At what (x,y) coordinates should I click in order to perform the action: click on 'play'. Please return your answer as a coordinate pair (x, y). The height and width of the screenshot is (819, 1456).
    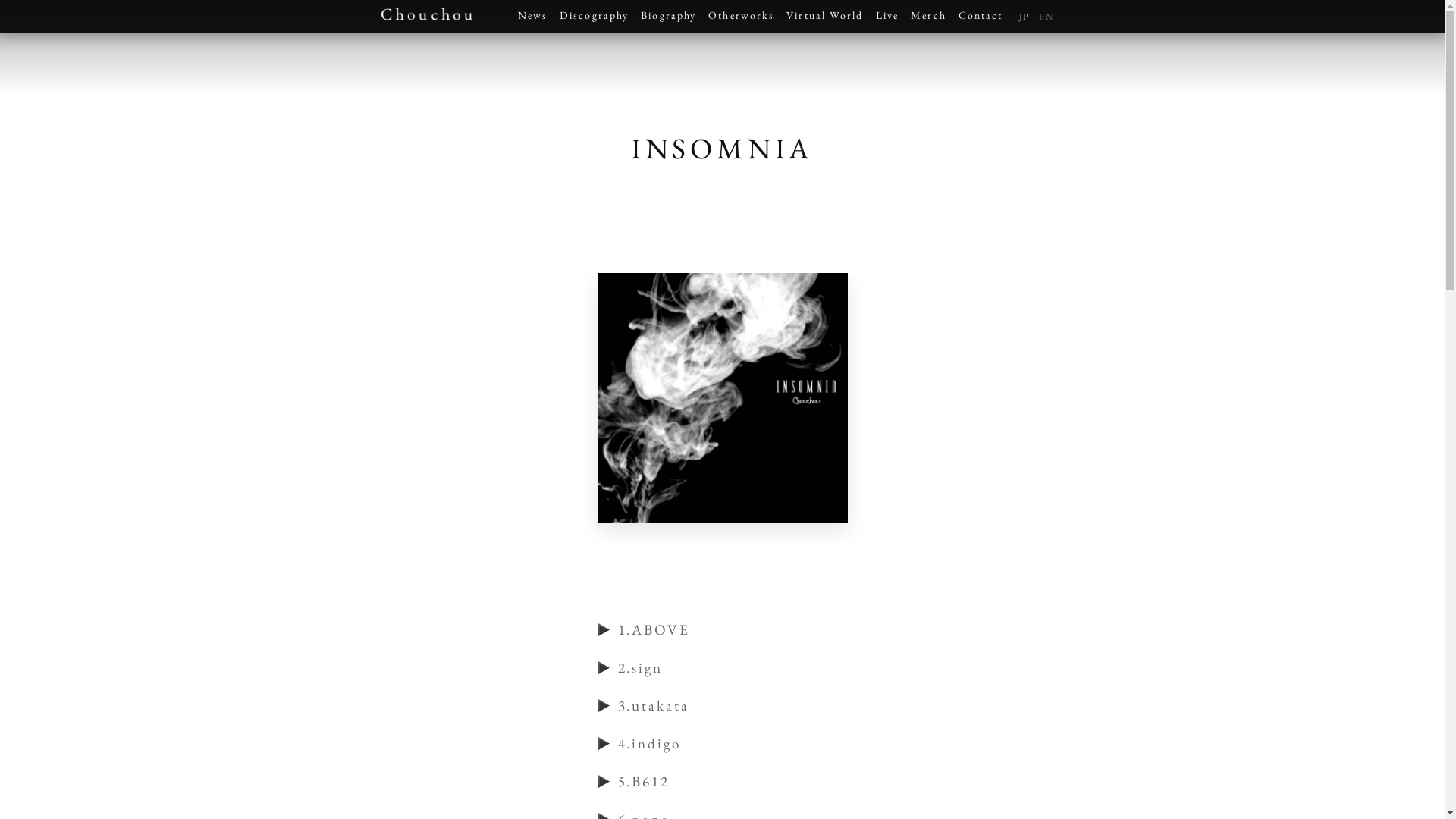
    Looking at the image, I should click on (593, 742).